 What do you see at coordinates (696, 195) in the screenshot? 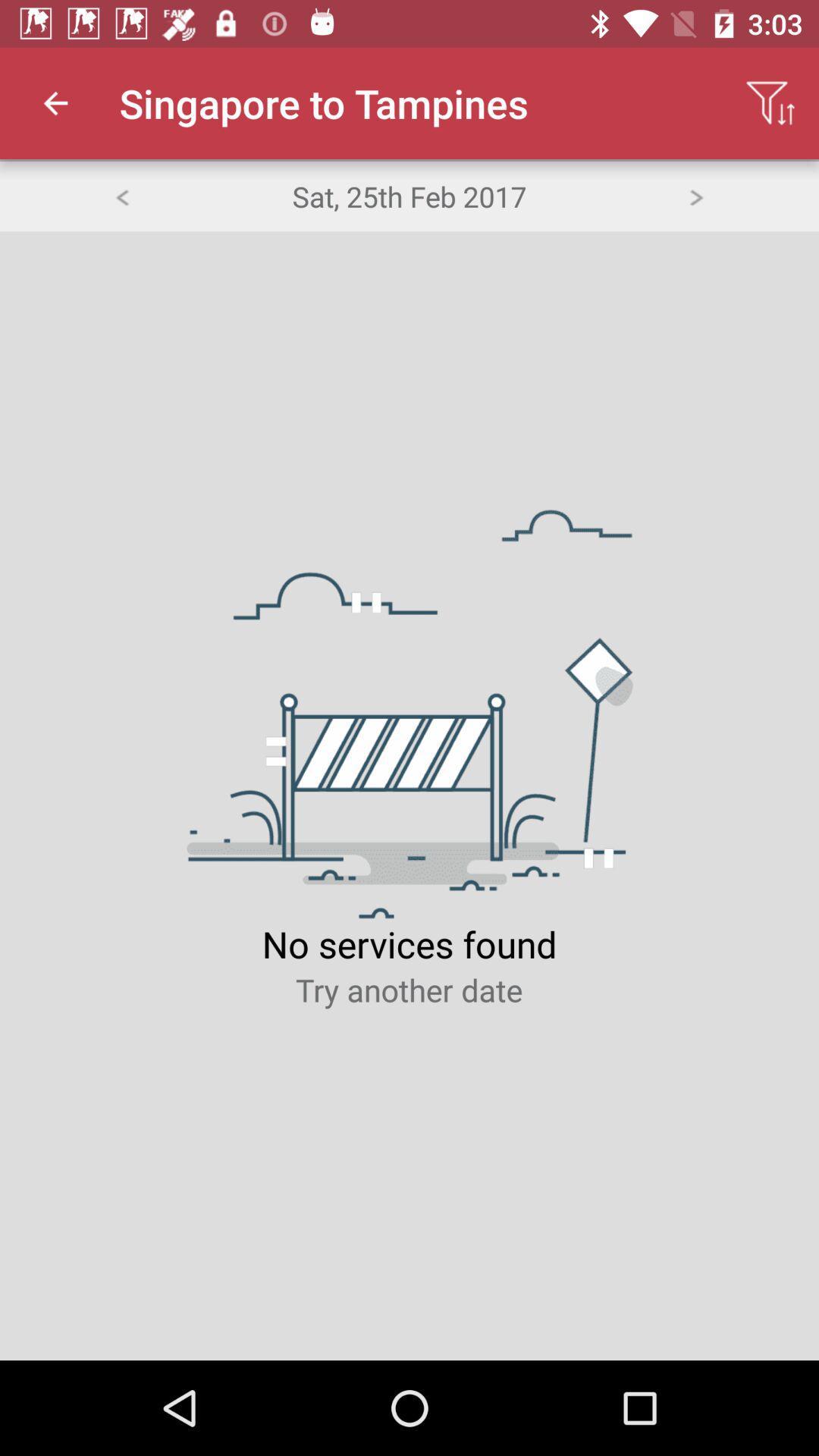
I see `go to` at bounding box center [696, 195].